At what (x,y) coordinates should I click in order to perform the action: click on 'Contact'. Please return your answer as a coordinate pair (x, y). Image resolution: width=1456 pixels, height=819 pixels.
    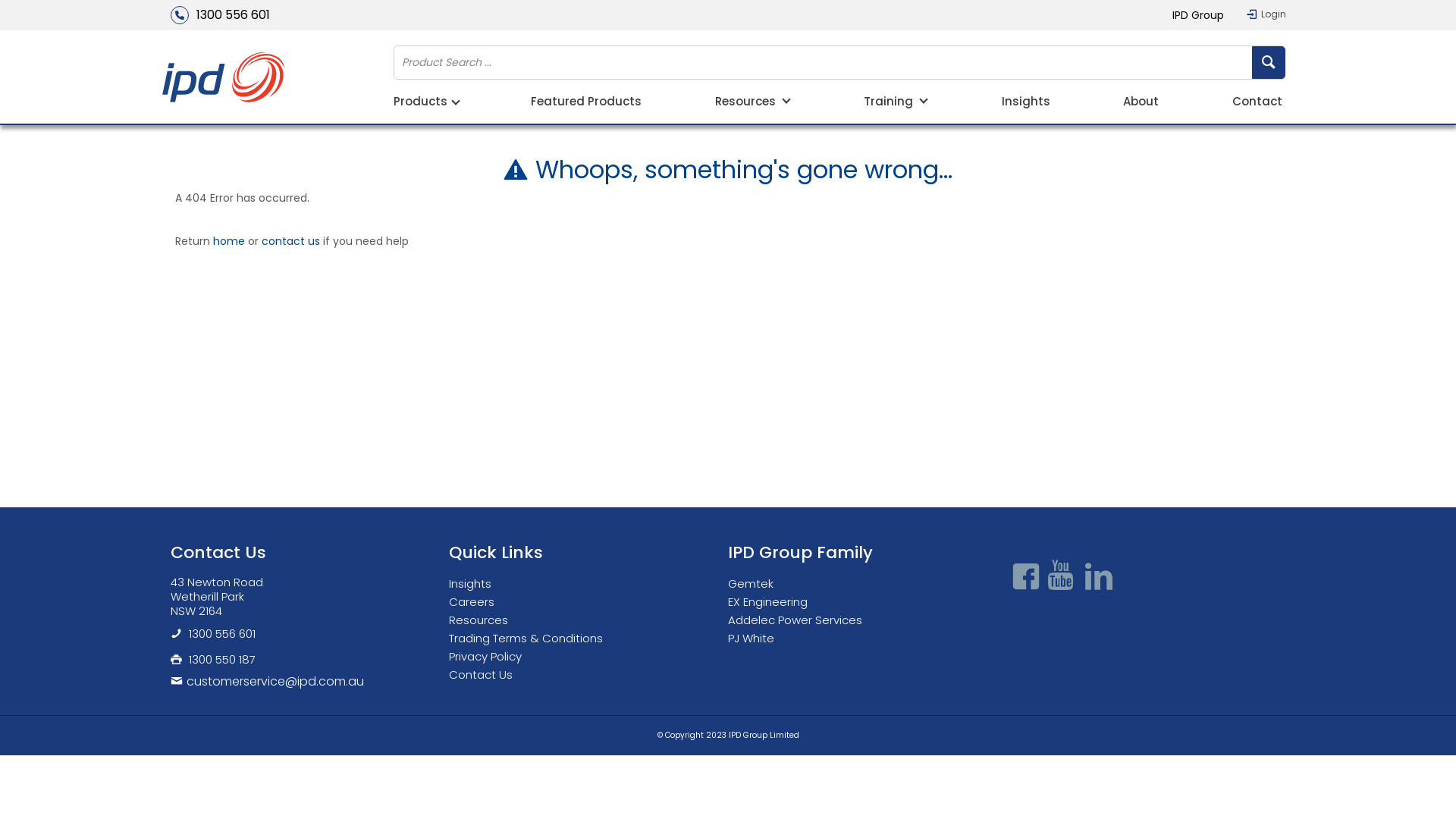
    Looking at the image, I should click on (1256, 102).